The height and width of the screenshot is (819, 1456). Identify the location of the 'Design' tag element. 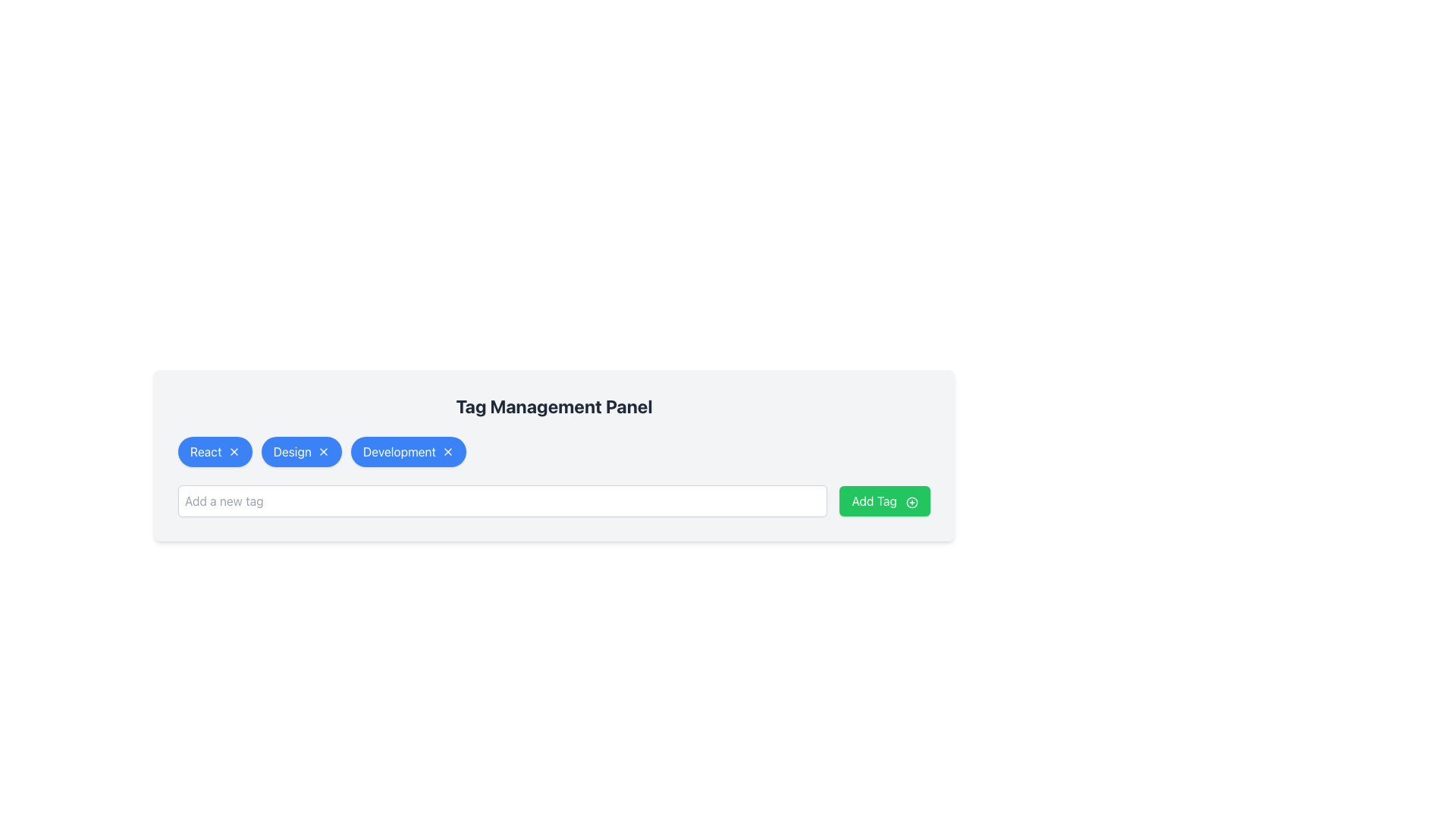
(301, 451).